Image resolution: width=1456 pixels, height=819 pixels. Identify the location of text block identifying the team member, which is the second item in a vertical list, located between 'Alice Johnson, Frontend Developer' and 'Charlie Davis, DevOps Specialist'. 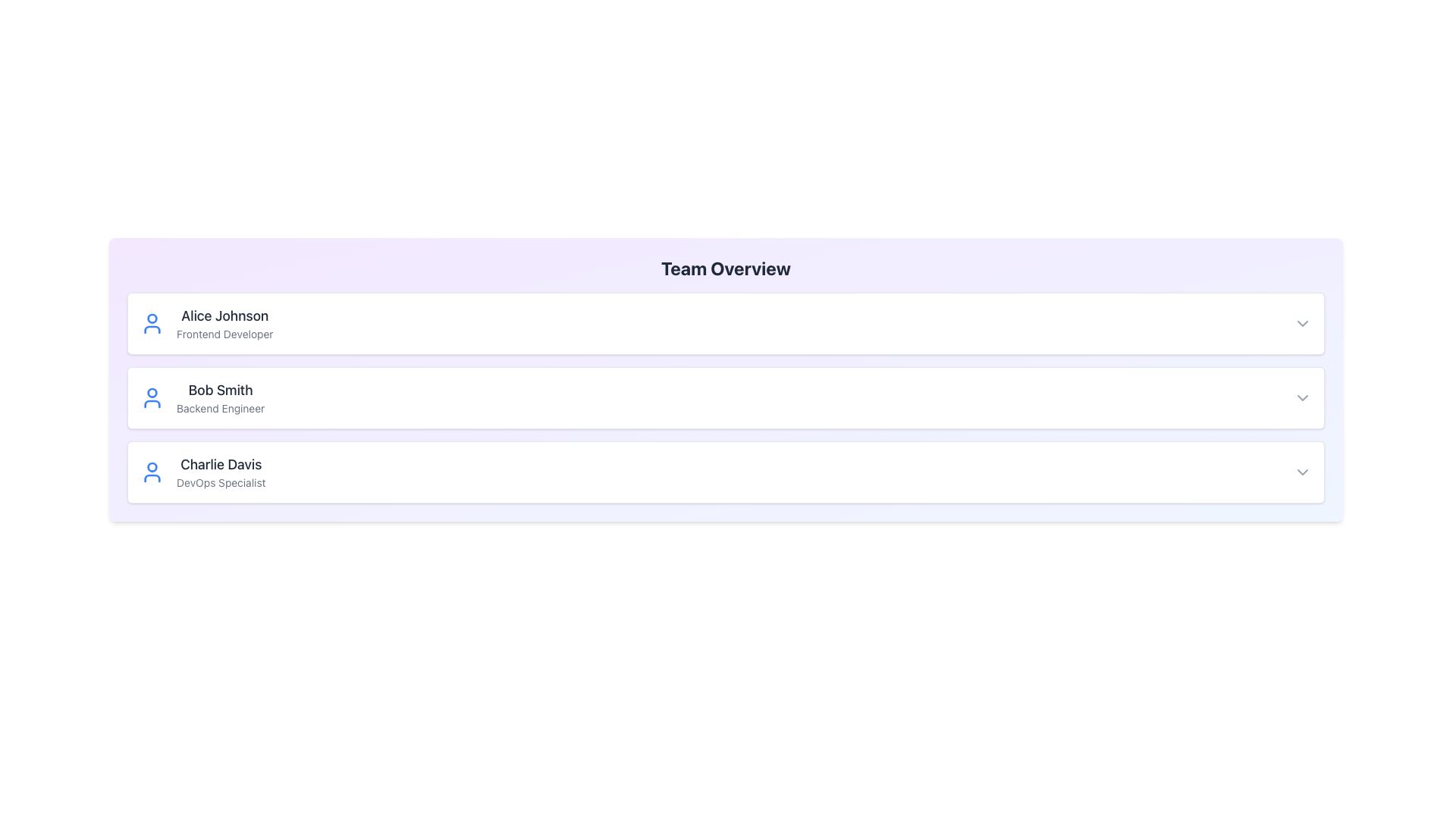
(220, 397).